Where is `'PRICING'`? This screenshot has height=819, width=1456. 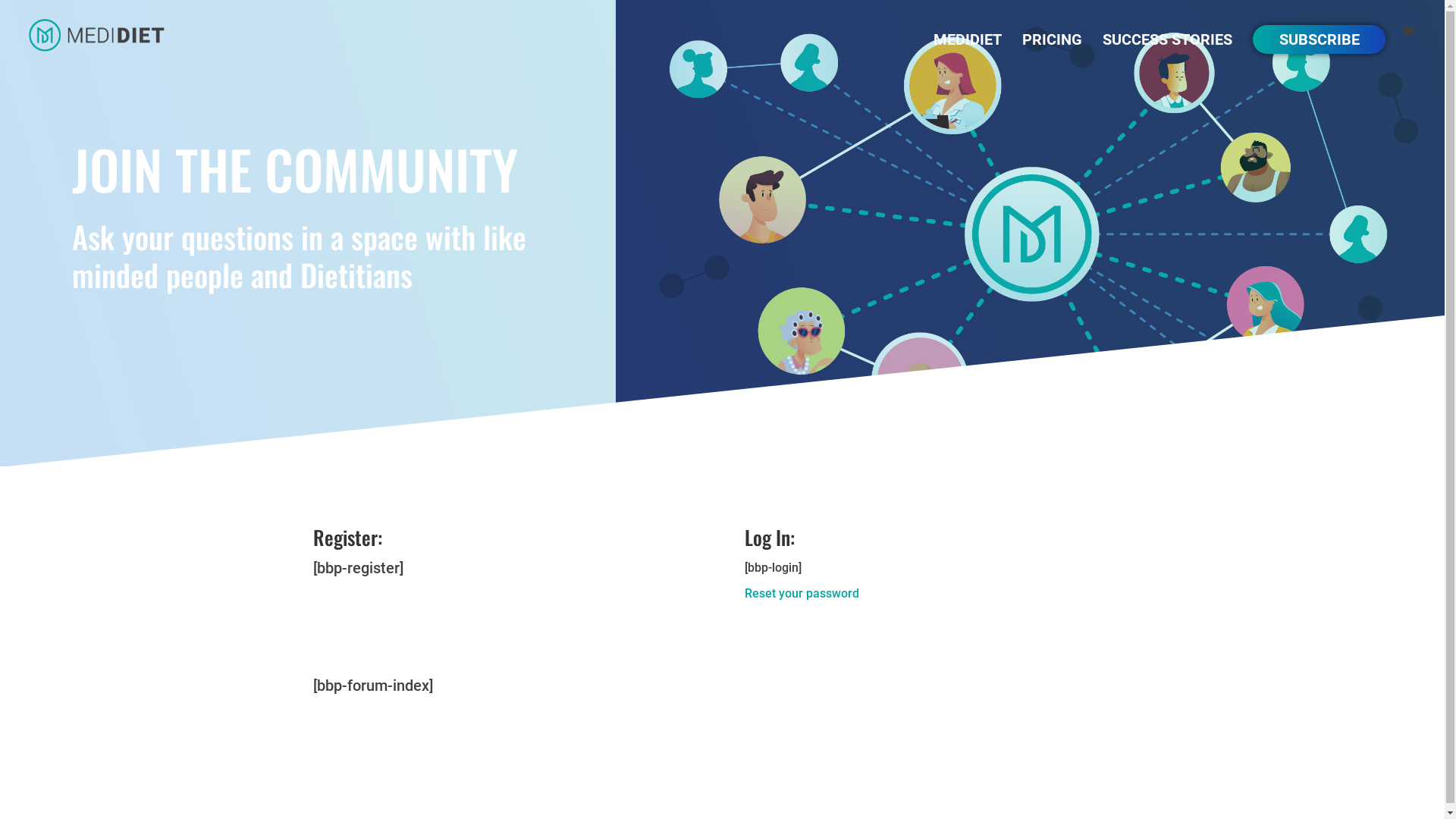
'PRICING' is located at coordinates (1051, 51).